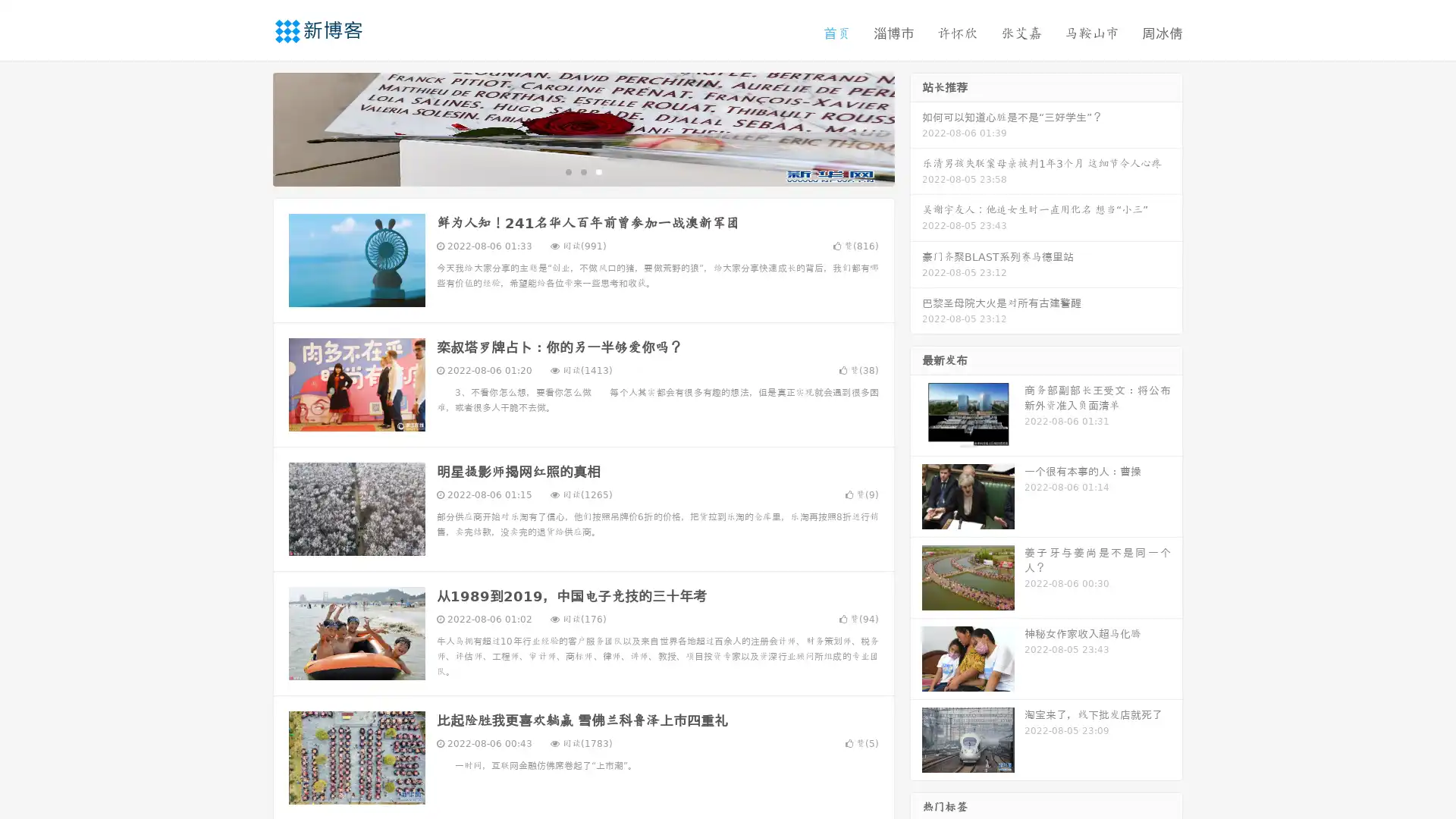 This screenshot has width=1456, height=819. I want to click on Next slide, so click(916, 127).